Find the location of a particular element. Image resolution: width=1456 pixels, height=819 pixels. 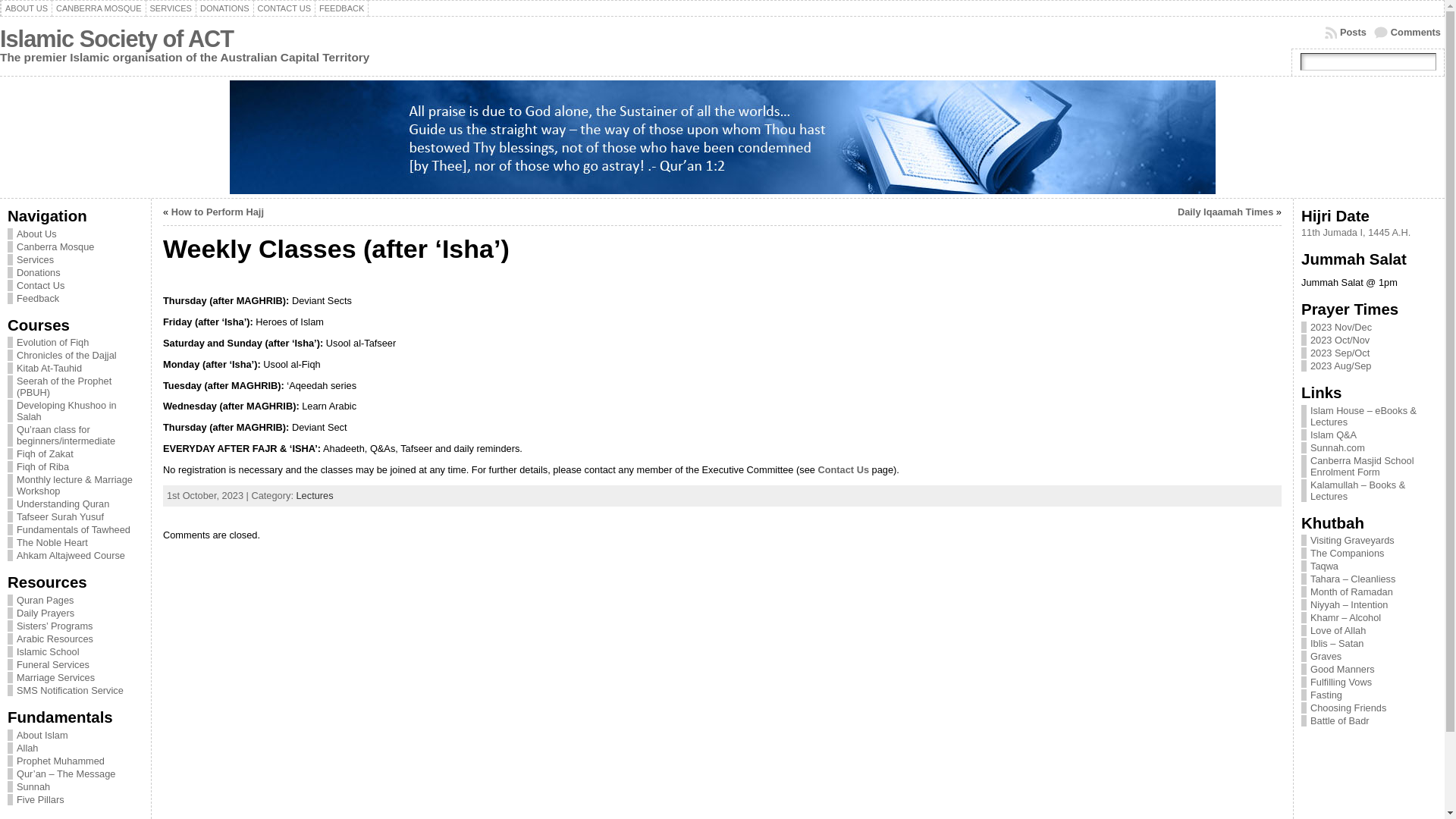

'FEEDBACK' is located at coordinates (340, 8).